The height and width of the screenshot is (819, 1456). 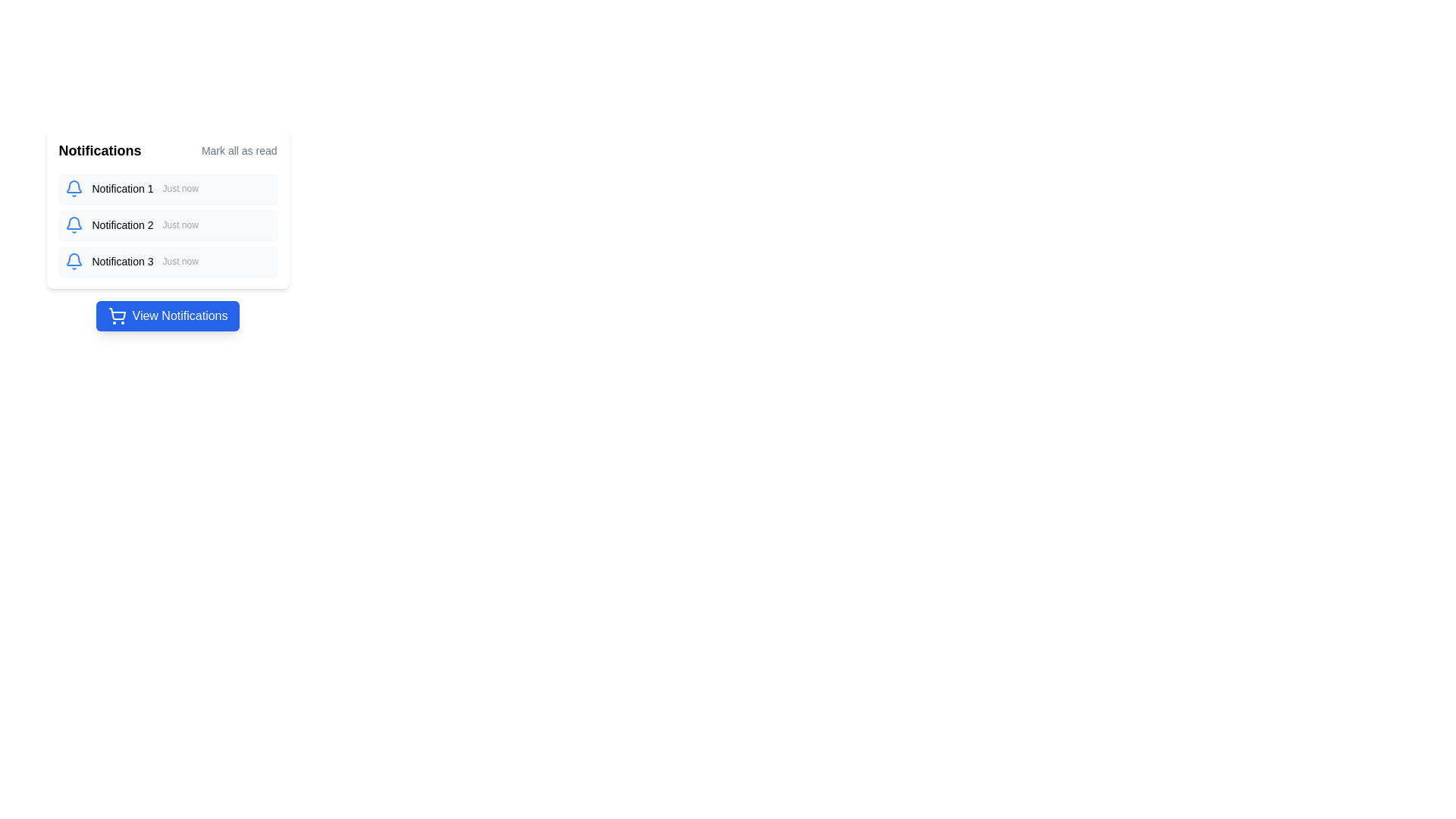 What do you see at coordinates (168, 188) in the screenshot?
I see `the first notification card in the notifications list, which has a rounded rectangle shape, light gray background, and contains a blue bell icon and the text 'Notification 1'` at bounding box center [168, 188].